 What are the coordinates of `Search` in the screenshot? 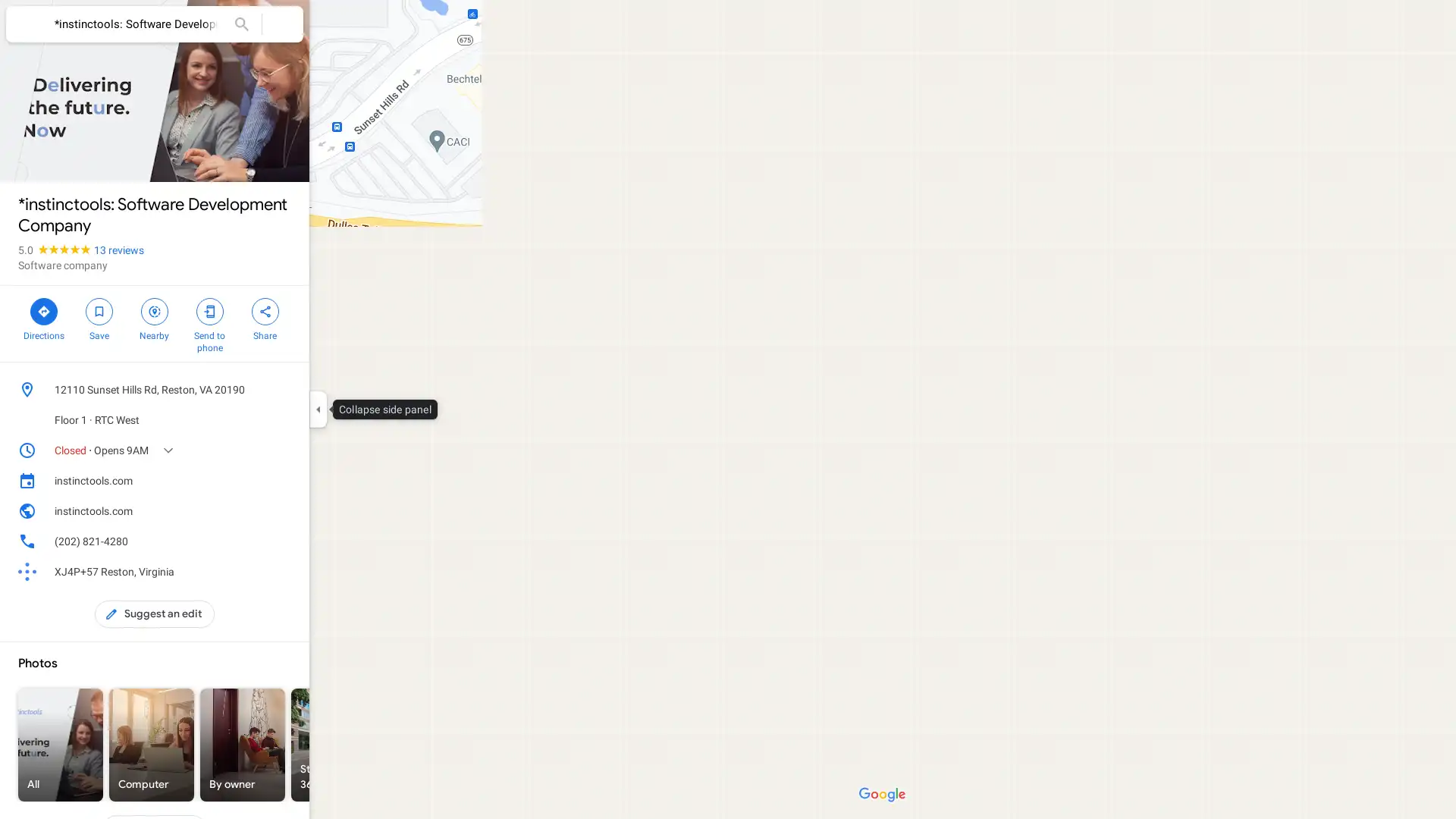 It's located at (240, 24).